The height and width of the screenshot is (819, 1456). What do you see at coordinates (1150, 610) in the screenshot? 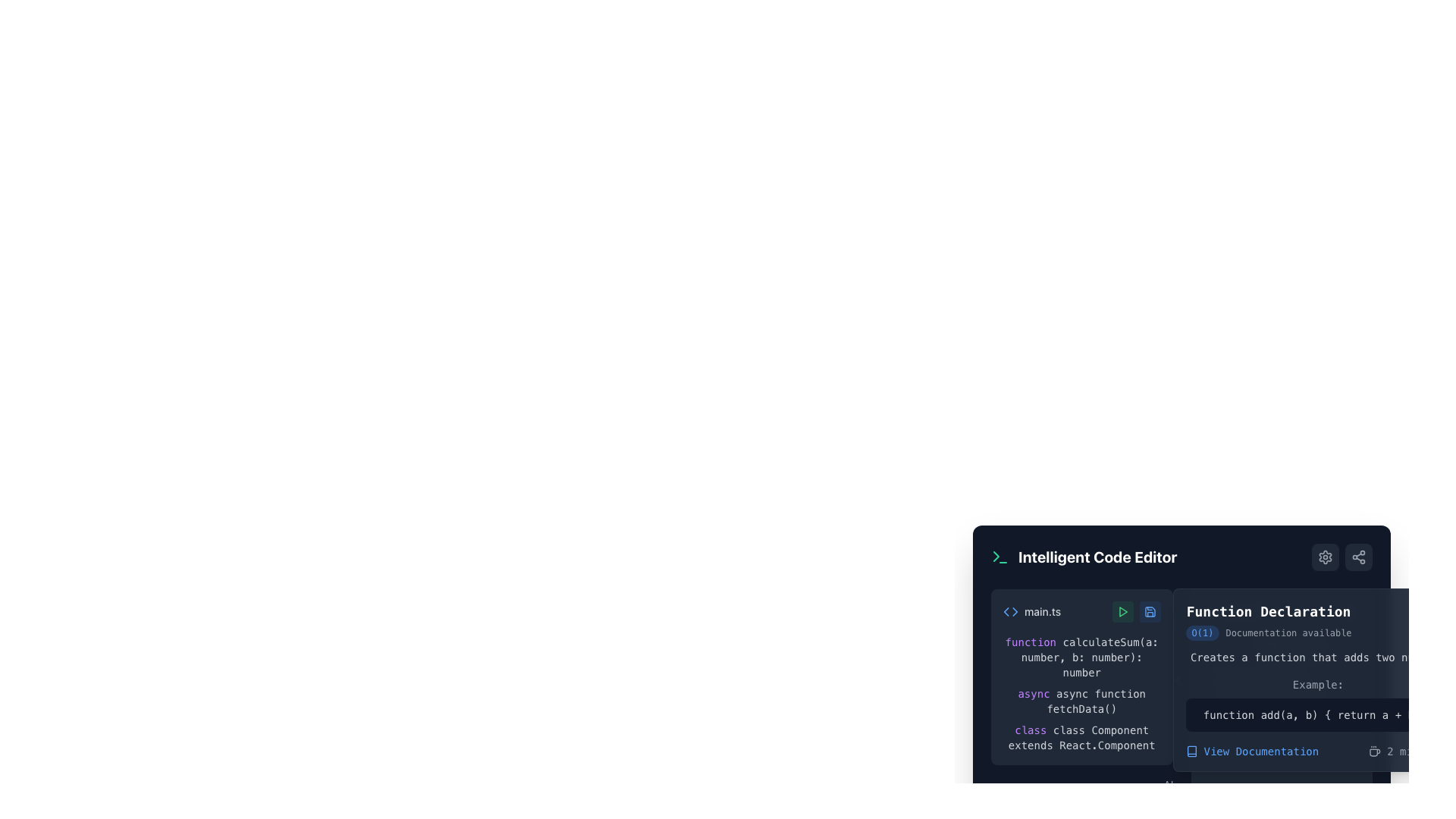
I see `the square button with a blue background and a save icon` at bounding box center [1150, 610].